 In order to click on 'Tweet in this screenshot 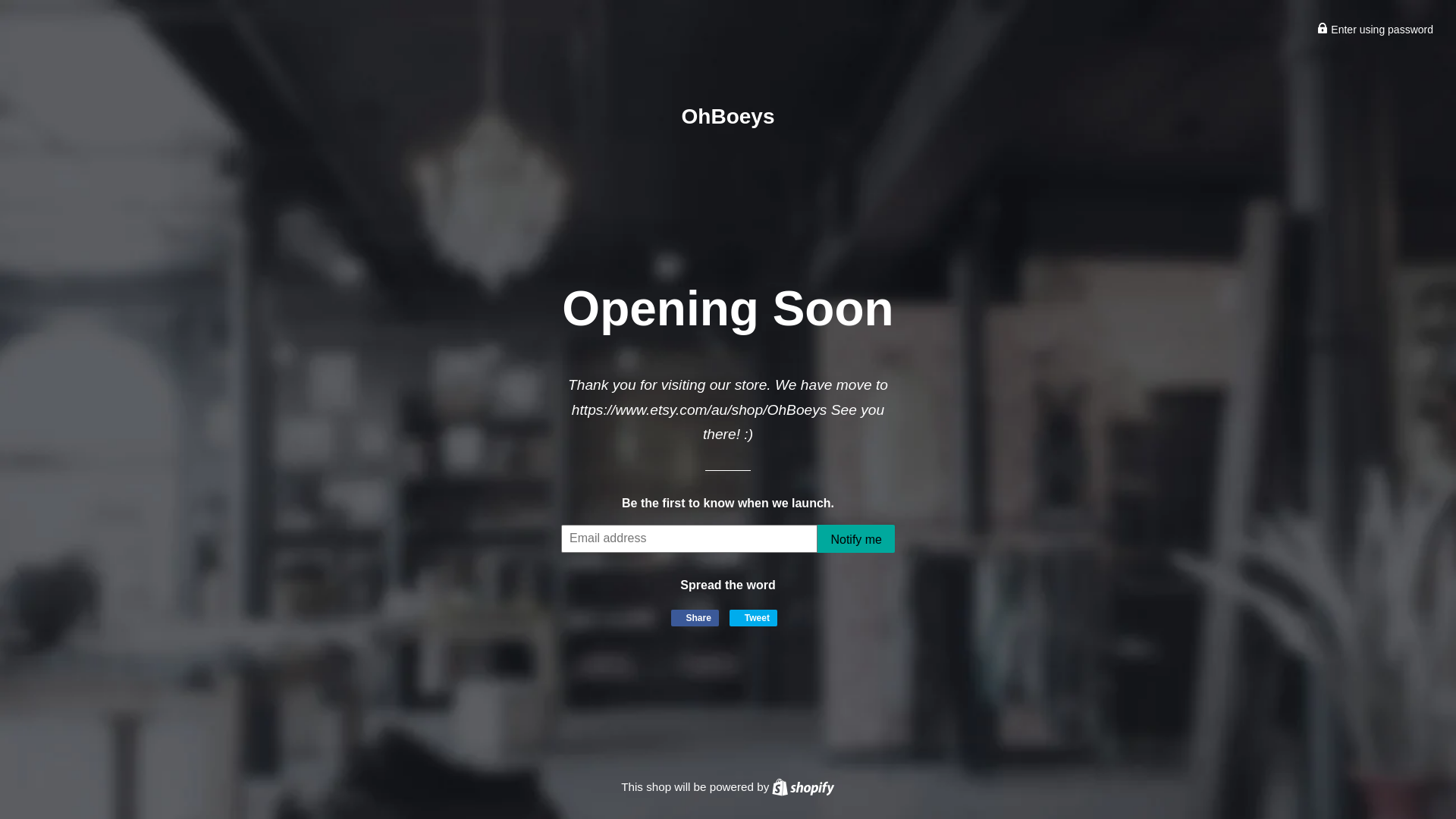, I will do `click(753, 617)`.